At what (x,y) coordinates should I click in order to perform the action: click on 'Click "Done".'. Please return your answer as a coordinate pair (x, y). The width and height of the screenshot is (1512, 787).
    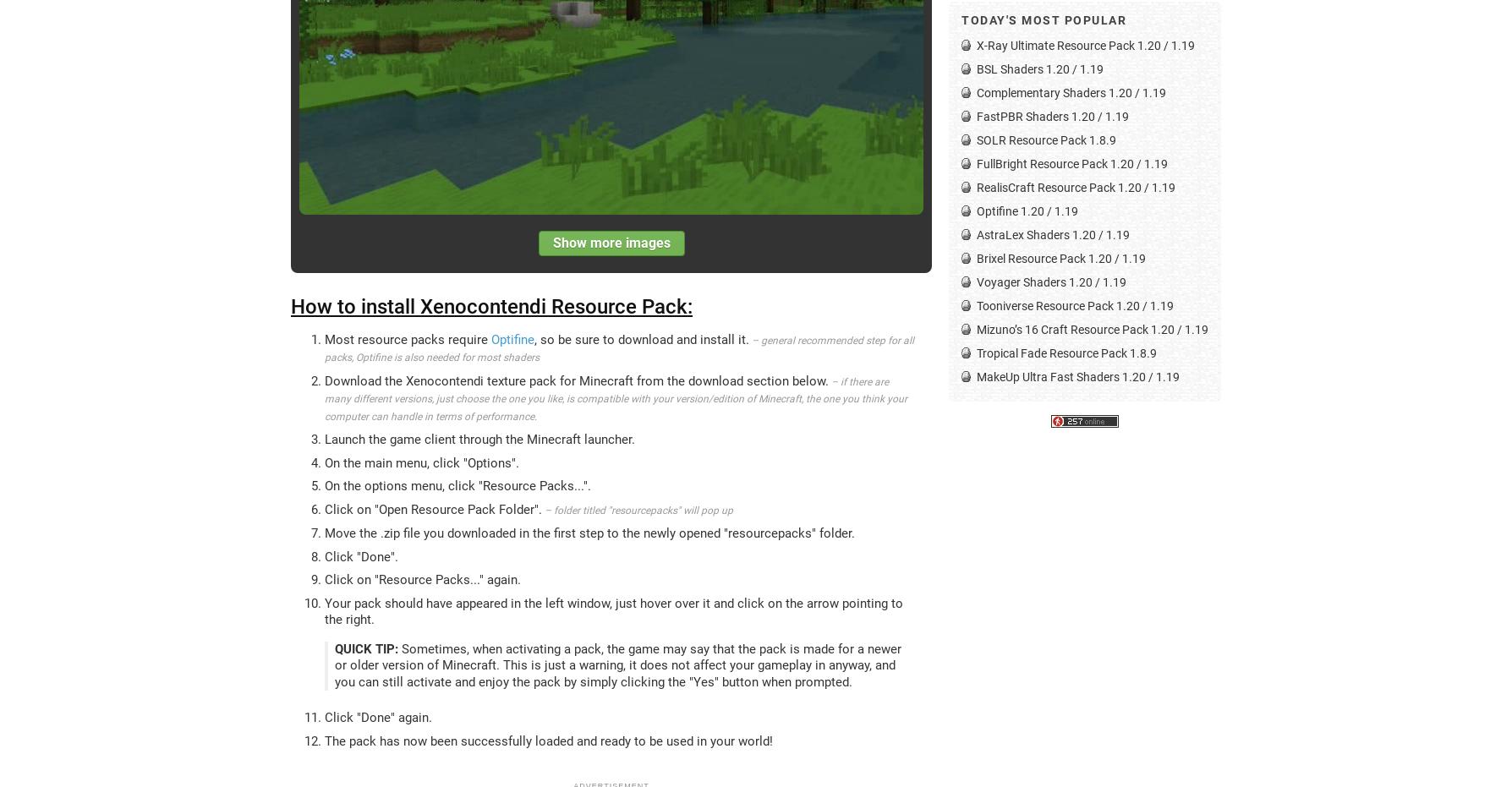
    Looking at the image, I should click on (324, 556).